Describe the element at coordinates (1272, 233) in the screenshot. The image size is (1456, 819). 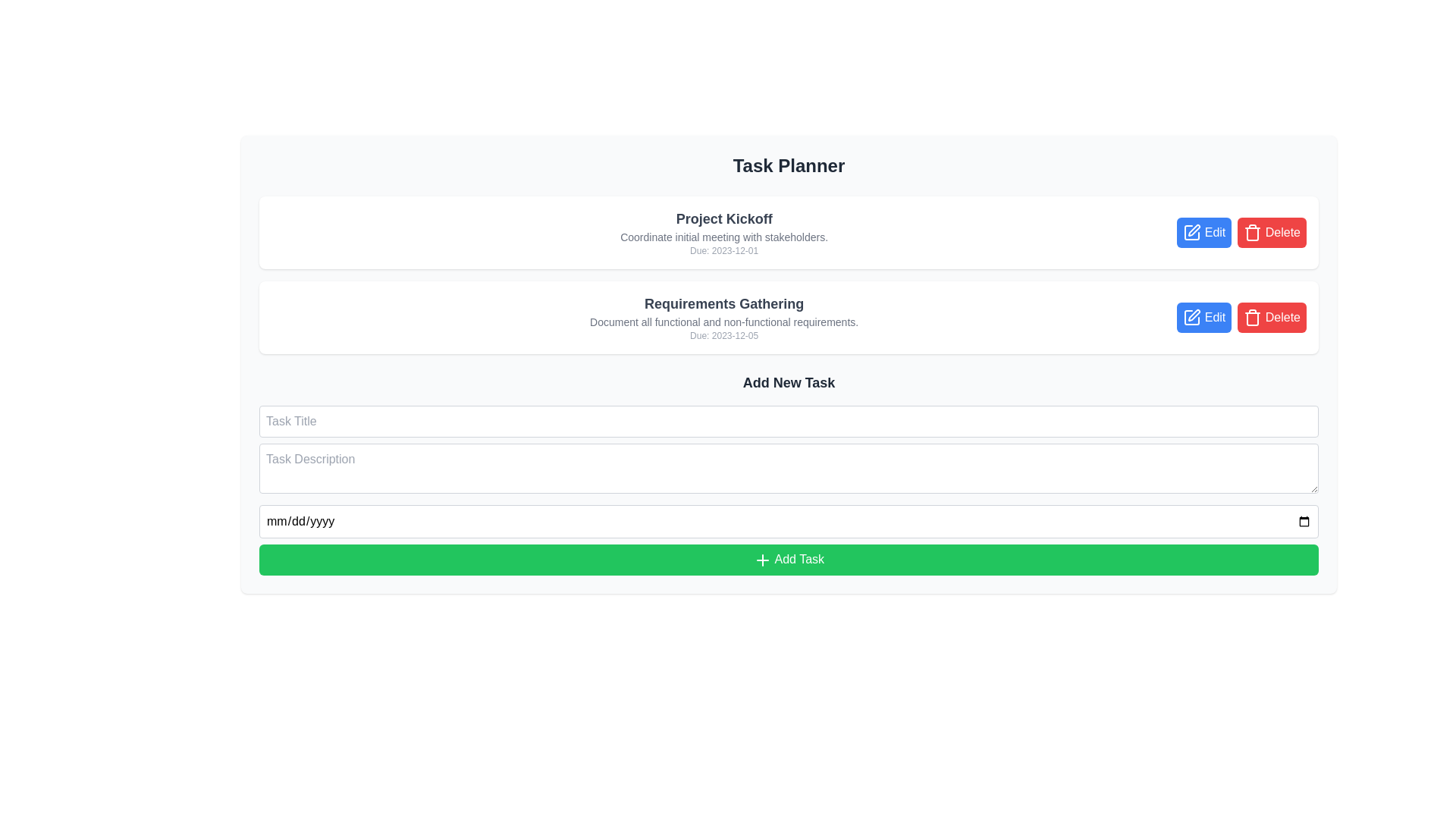
I see `the delete button located in the top-right of the task block, to the right of the 'Edit' button` at that location.